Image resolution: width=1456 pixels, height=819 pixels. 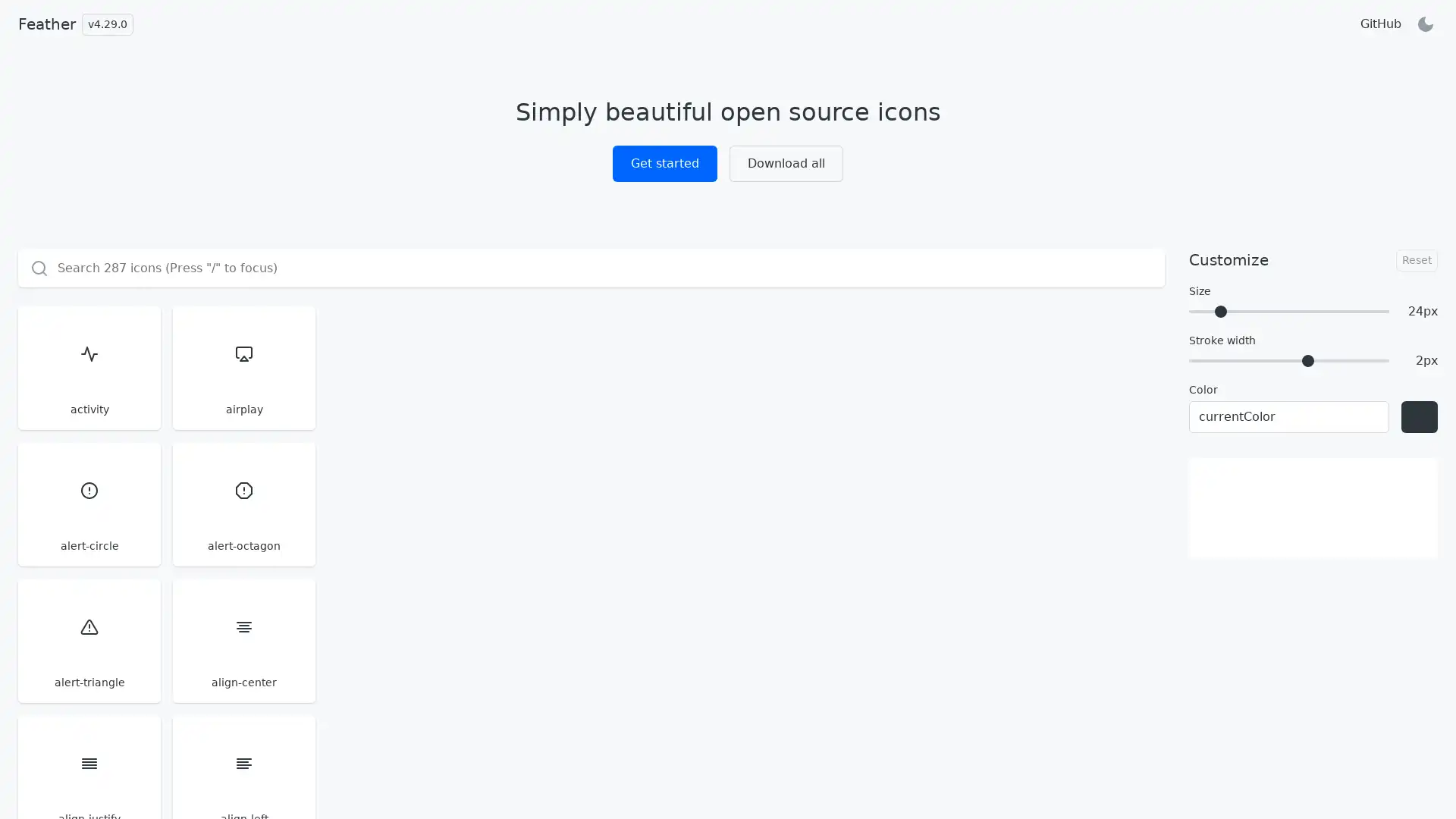 I want to click on arrow-left, so click(x=1106, y=504).